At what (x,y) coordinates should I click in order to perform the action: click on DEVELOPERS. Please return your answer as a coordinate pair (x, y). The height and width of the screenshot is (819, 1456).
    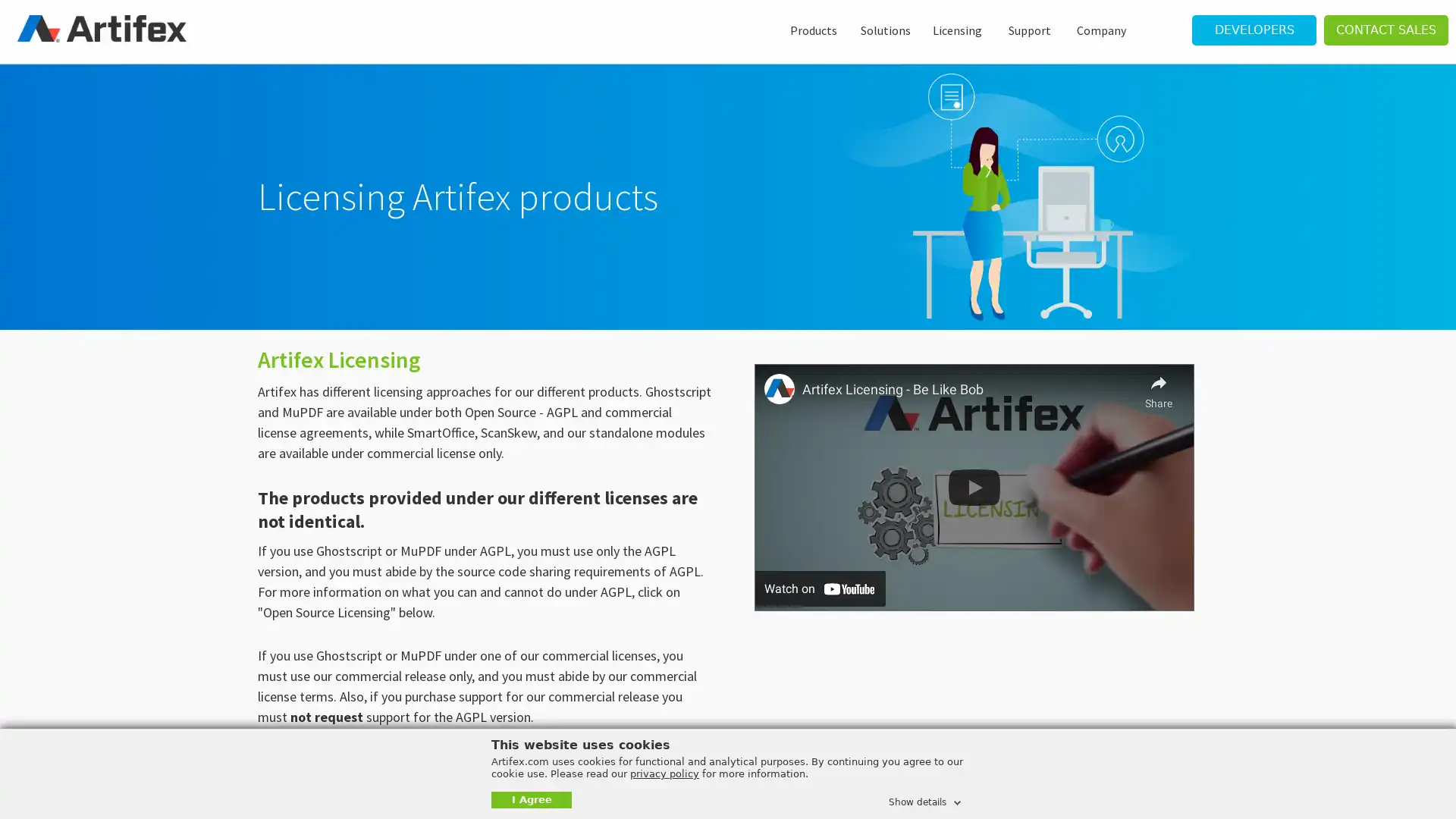
    Looking at the image, I should click on (1254, 30).